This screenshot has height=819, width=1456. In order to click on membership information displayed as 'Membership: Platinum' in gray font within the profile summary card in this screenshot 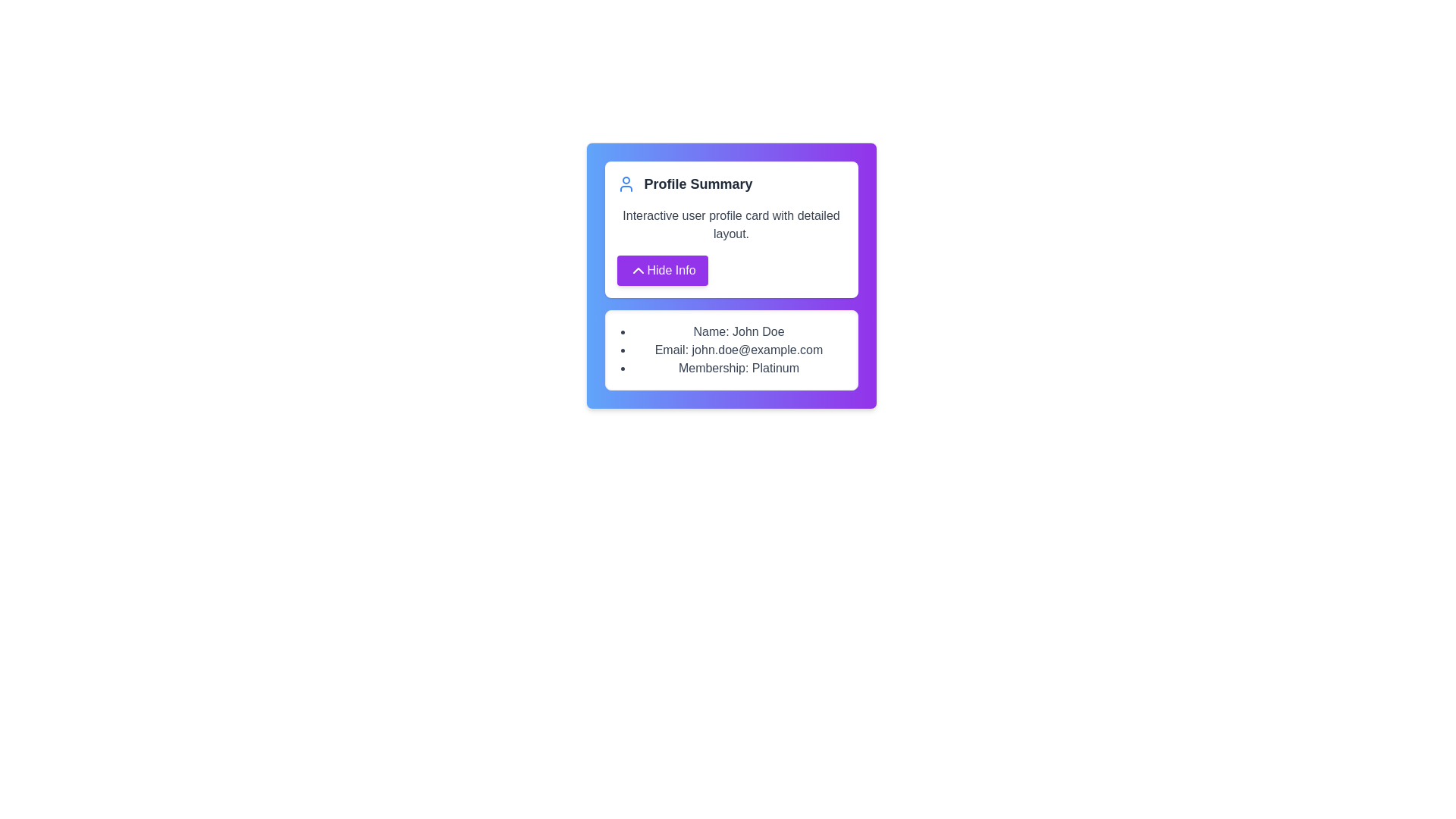, I will do `click(739, 369)`.